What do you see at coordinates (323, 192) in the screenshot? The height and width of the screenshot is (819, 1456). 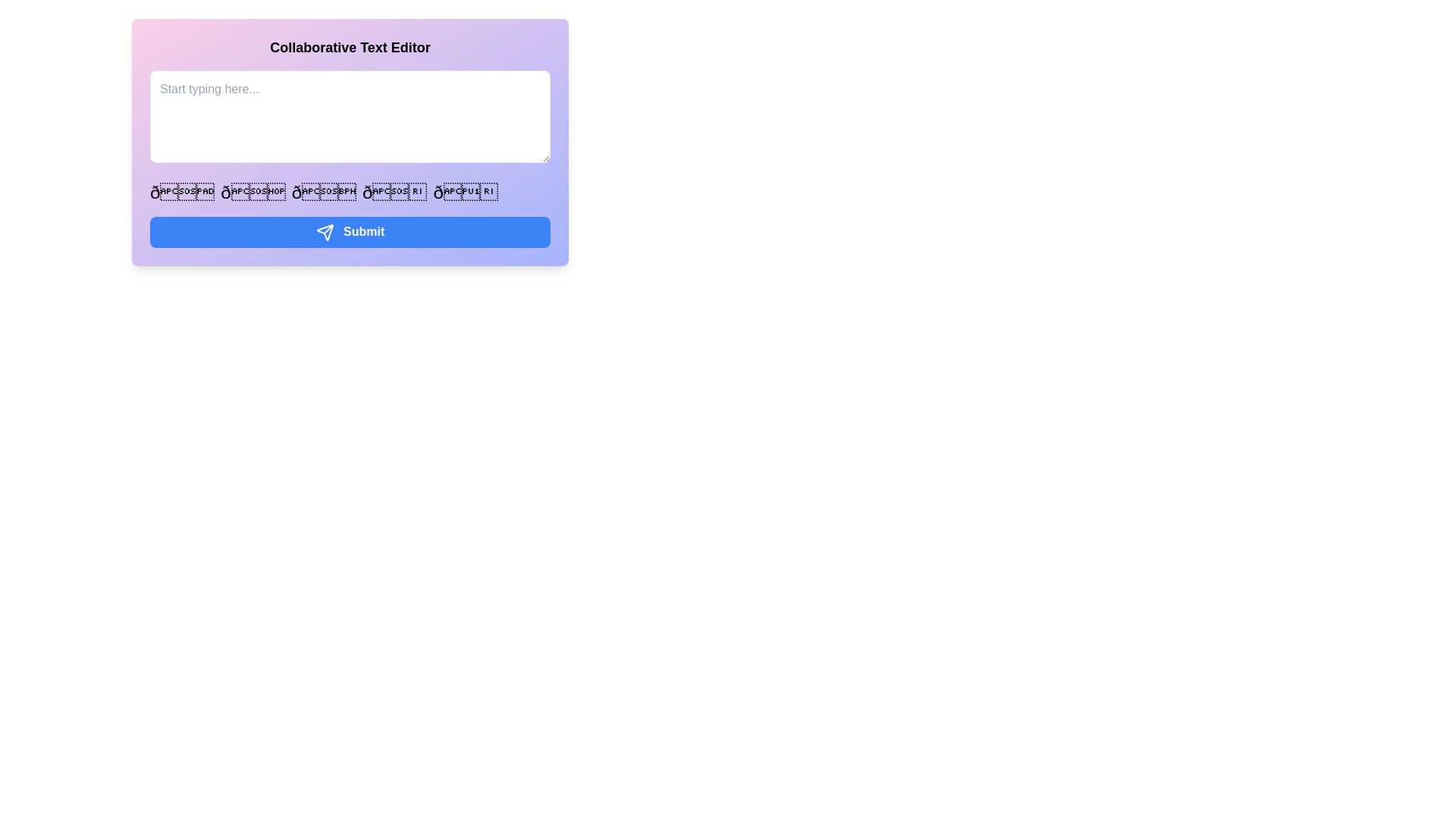 I see `the third emoji-like character in the horizontal row` at bounding box center [323, 192].